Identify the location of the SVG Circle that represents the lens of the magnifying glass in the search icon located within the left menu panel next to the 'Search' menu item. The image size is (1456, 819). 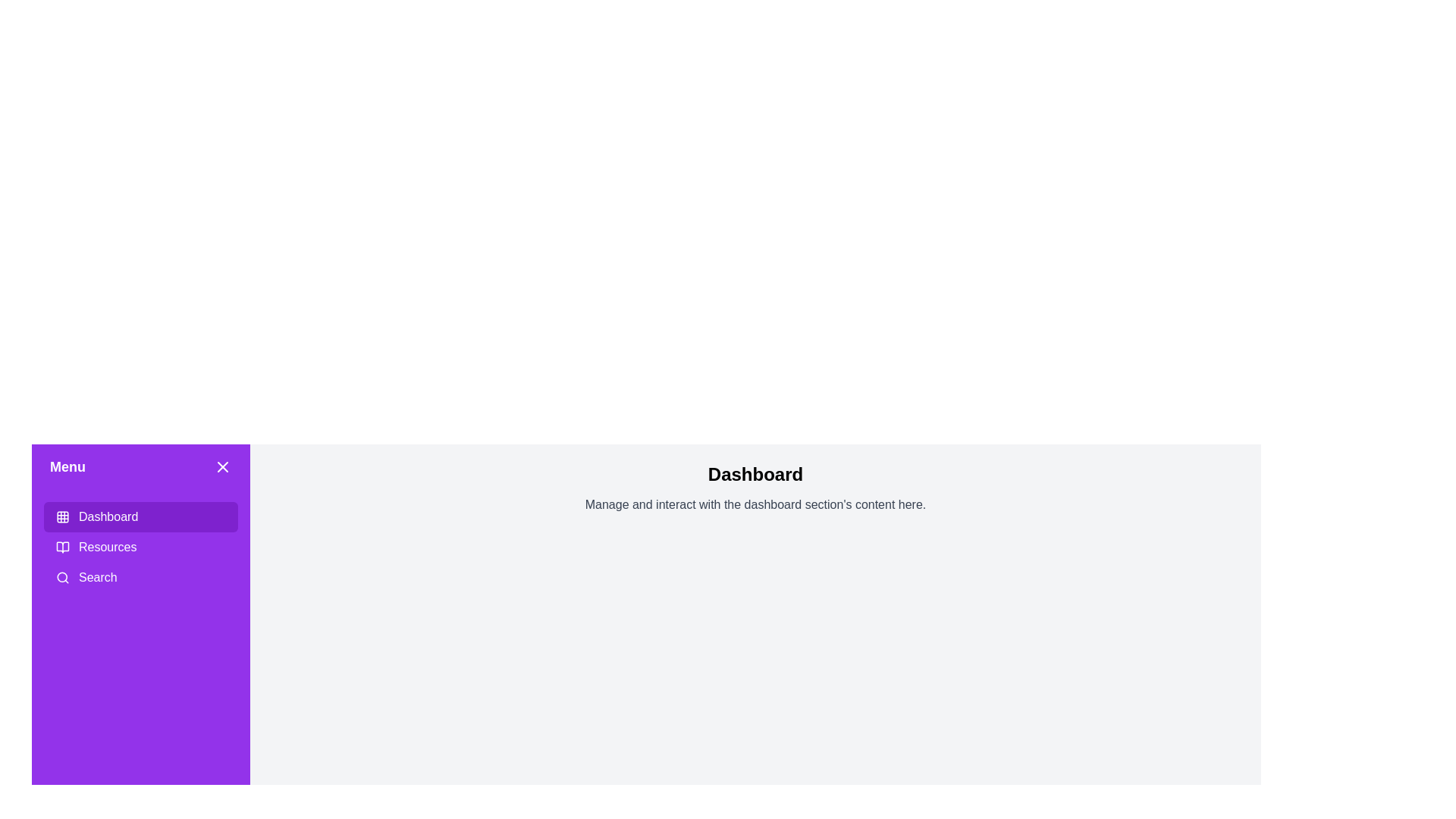
(61, 577).